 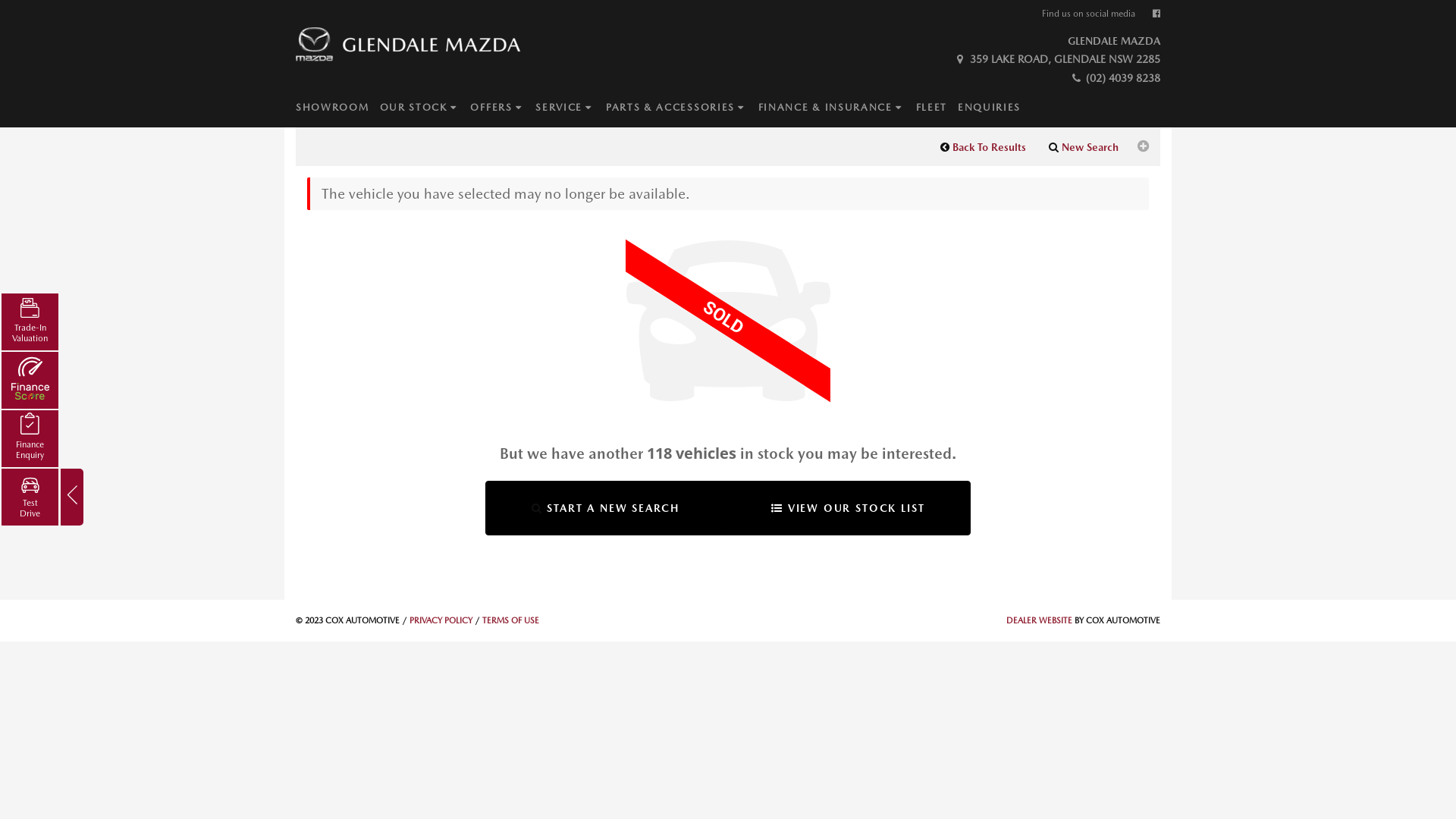 I want to click on 'FLEET', so click(x=915, y=107).